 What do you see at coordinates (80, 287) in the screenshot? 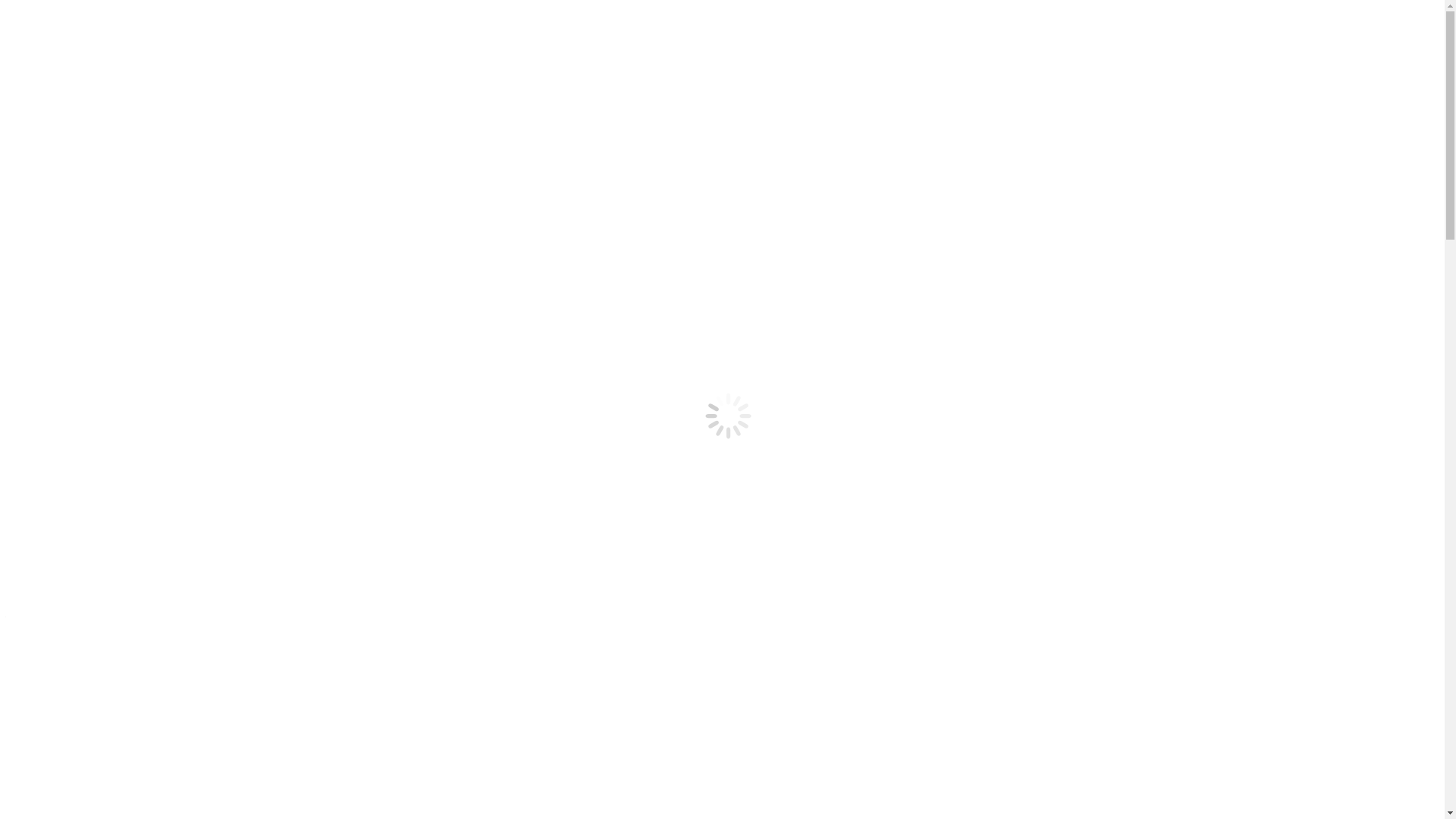
I see `'285 Bound Forum'` at bounding box center [80, 287].